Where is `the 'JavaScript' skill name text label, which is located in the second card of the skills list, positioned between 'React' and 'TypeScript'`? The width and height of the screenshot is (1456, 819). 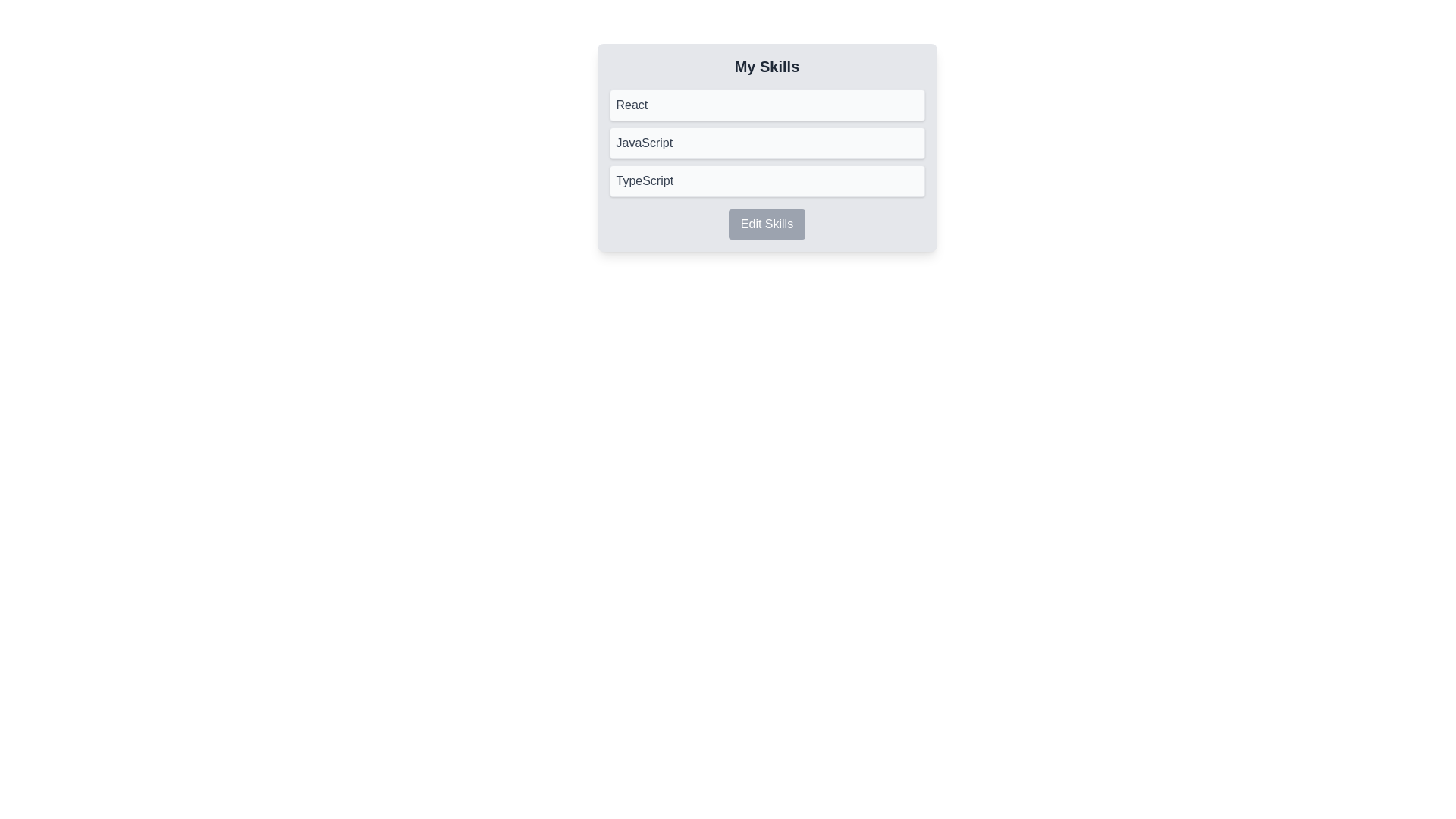 the 'JavaScript' skill name text label, which is located in the second card of the skills list, positioned between 'React' and 'TypeScript' is located at coordinates (644, 143).